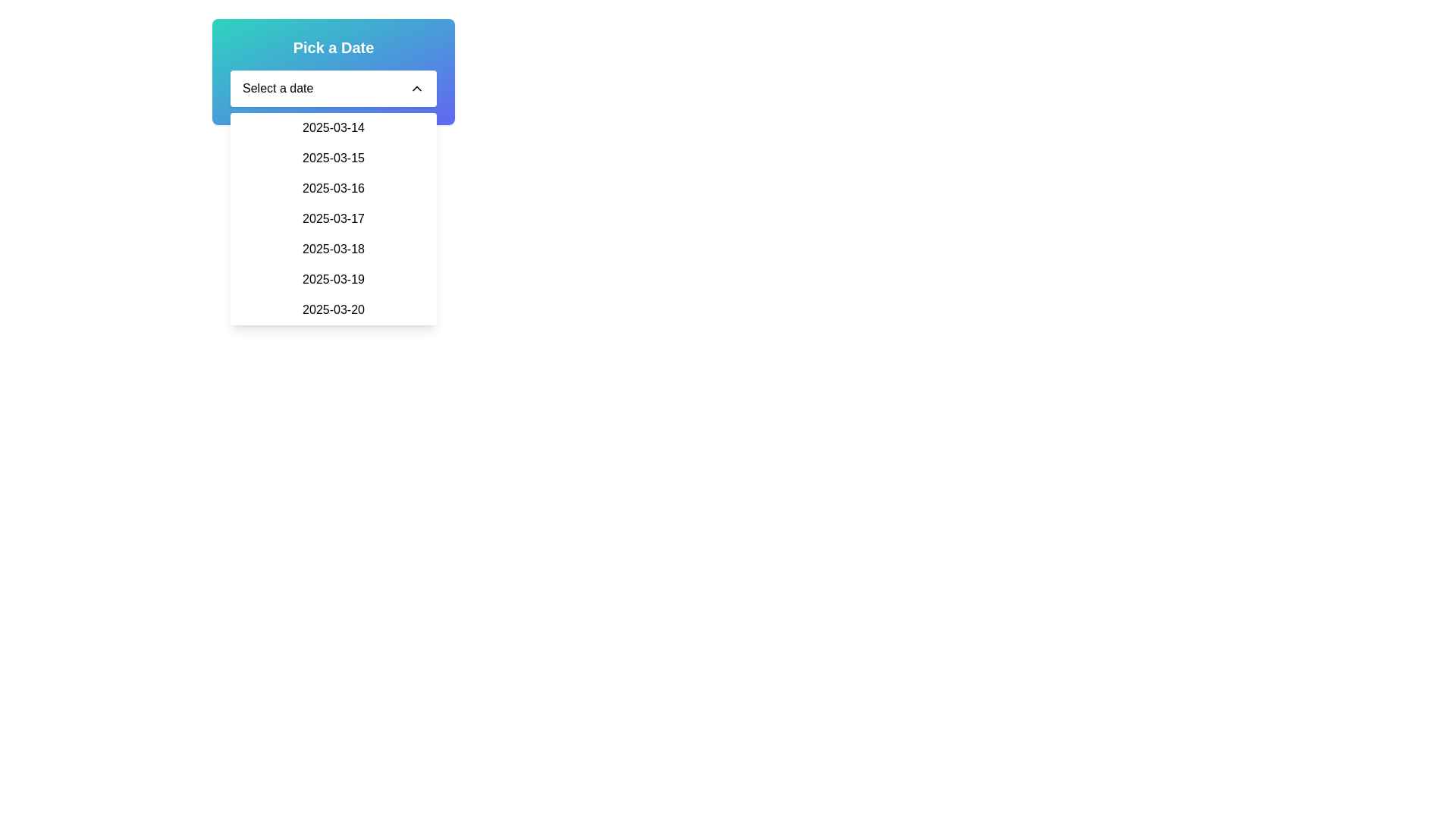 This screenshot has height=819, width=1456. I want to click on to select the date string '2025-03-14' from the dropdown menu, which is the first item in the list, so click(333, 127).